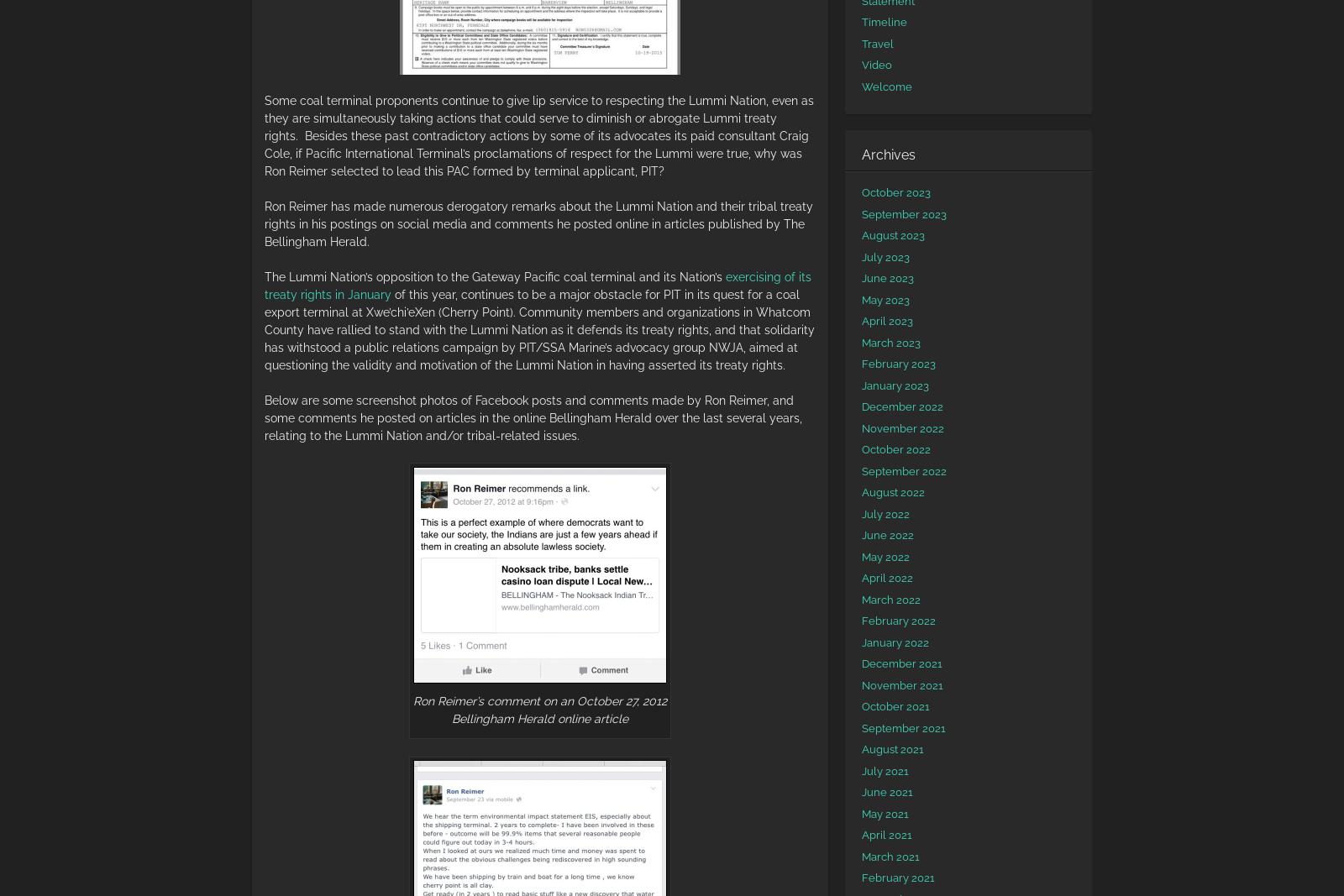  I want to click on 'Below are some screenshot photos of Facebook posts and comments made by Ron Reimer, and some comments he posted on articles in the online Bellingham Herald over the last several years, relating to the Lummi Nation and/or tribal-related issues.', so click(533, 417).